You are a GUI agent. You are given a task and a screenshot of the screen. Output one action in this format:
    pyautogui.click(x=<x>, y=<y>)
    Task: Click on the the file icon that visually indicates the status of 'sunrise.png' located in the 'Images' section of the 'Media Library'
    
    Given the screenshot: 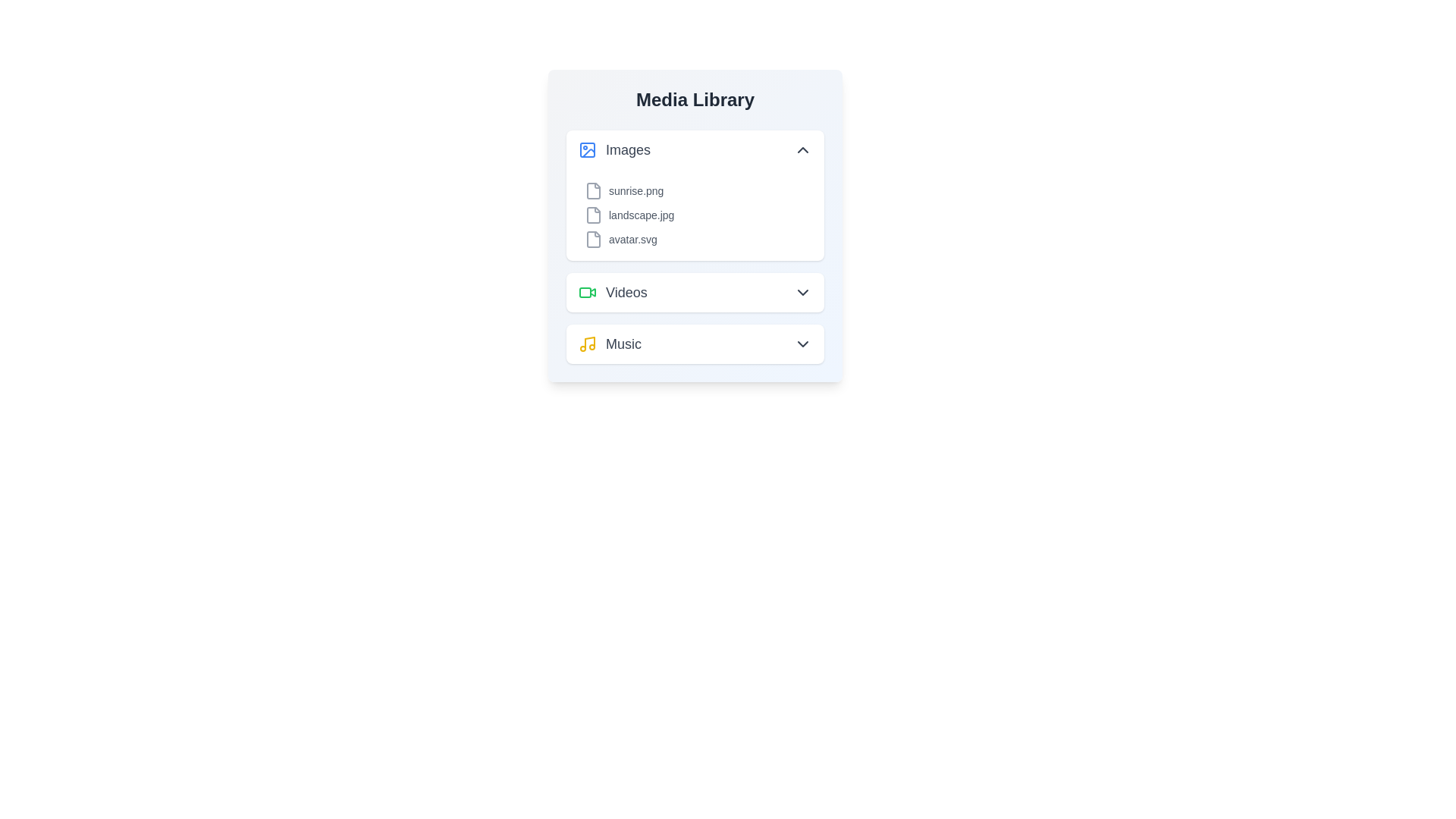 What is the action you would take?
    pyautogui.click(x=592, y=190)
    